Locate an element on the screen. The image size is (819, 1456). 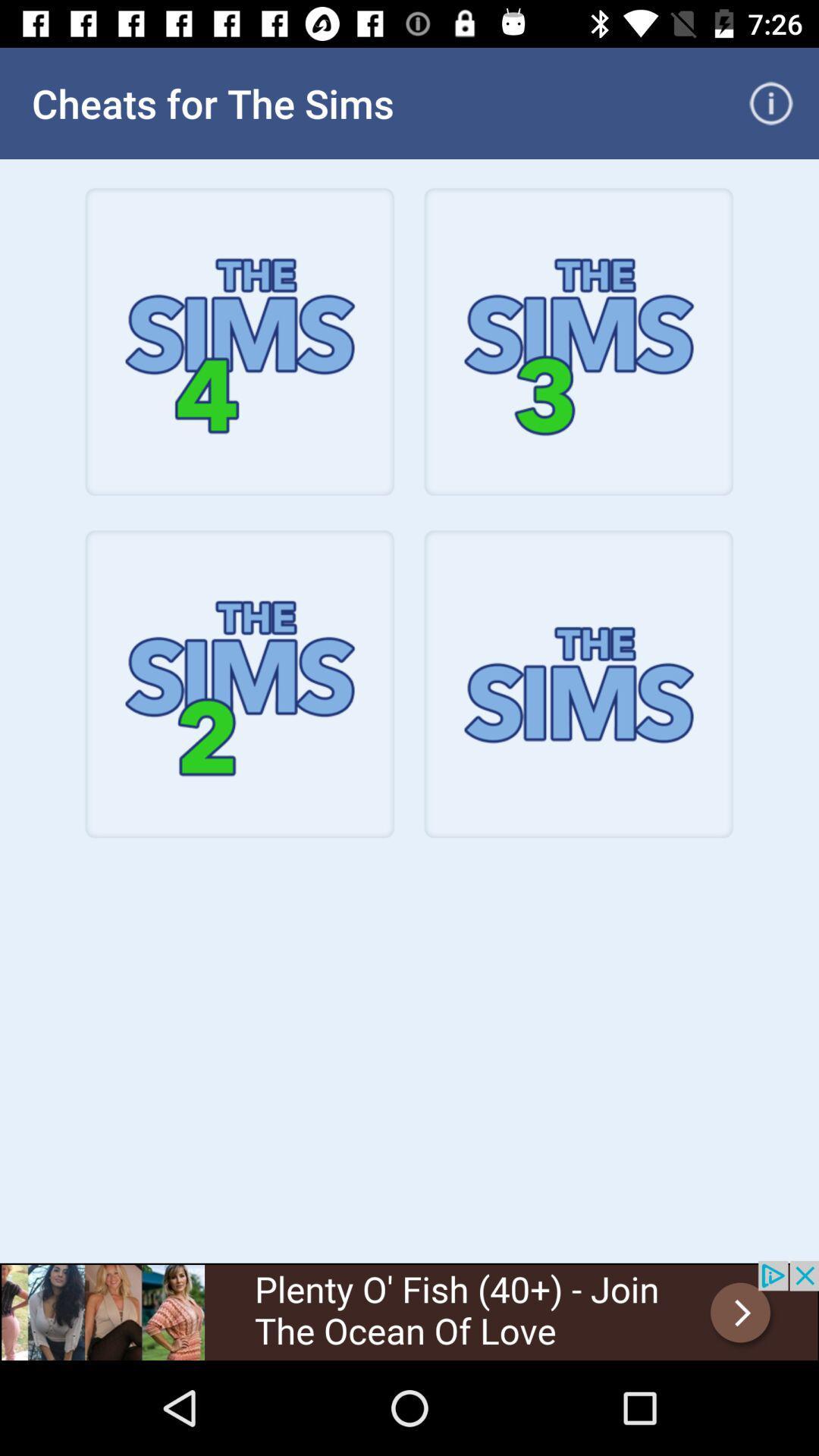
advertisement is located at coordinates (409, 1310).